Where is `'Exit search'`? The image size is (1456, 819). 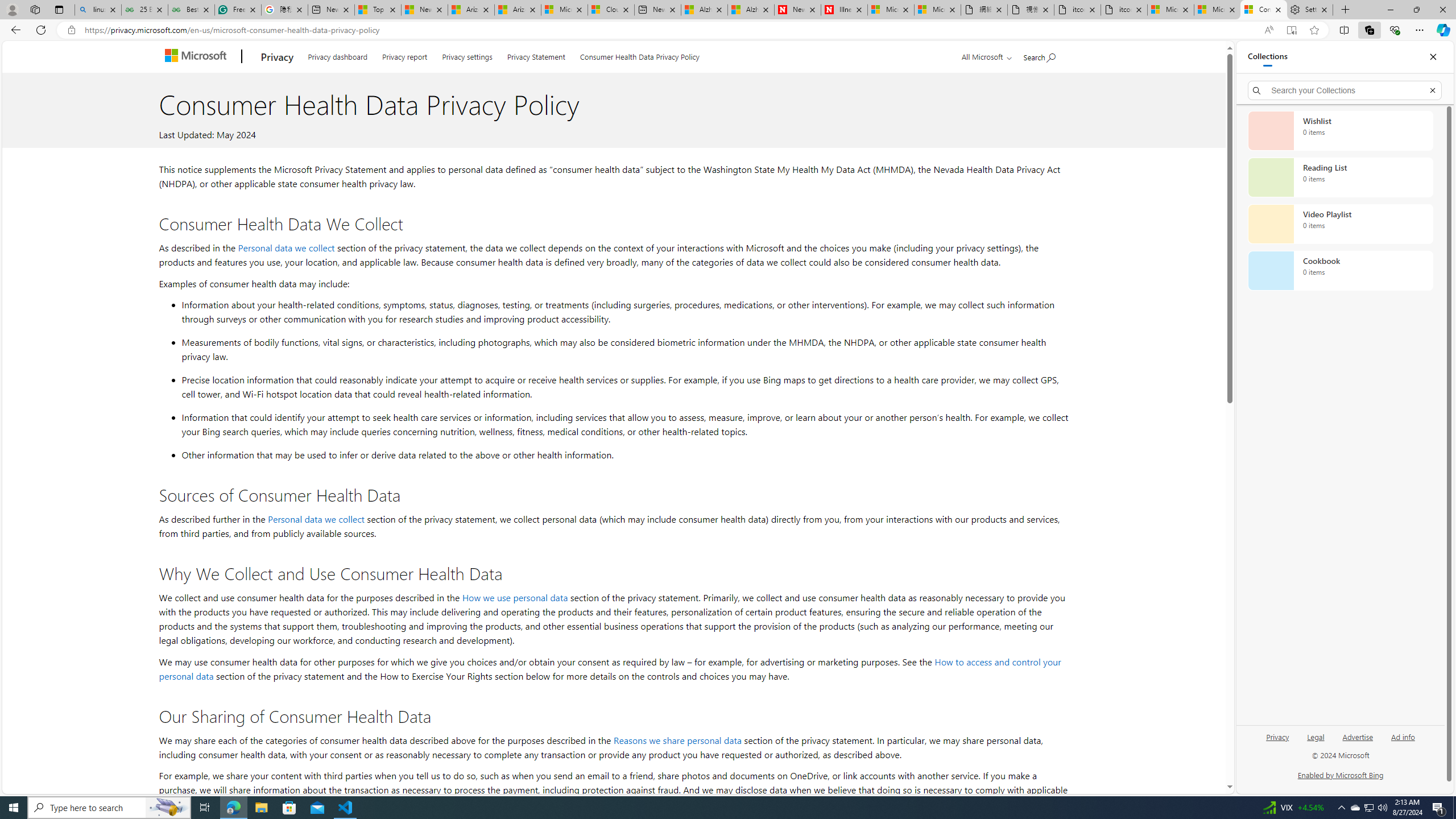 'Exit search' is located at coordinates (1433, 90).